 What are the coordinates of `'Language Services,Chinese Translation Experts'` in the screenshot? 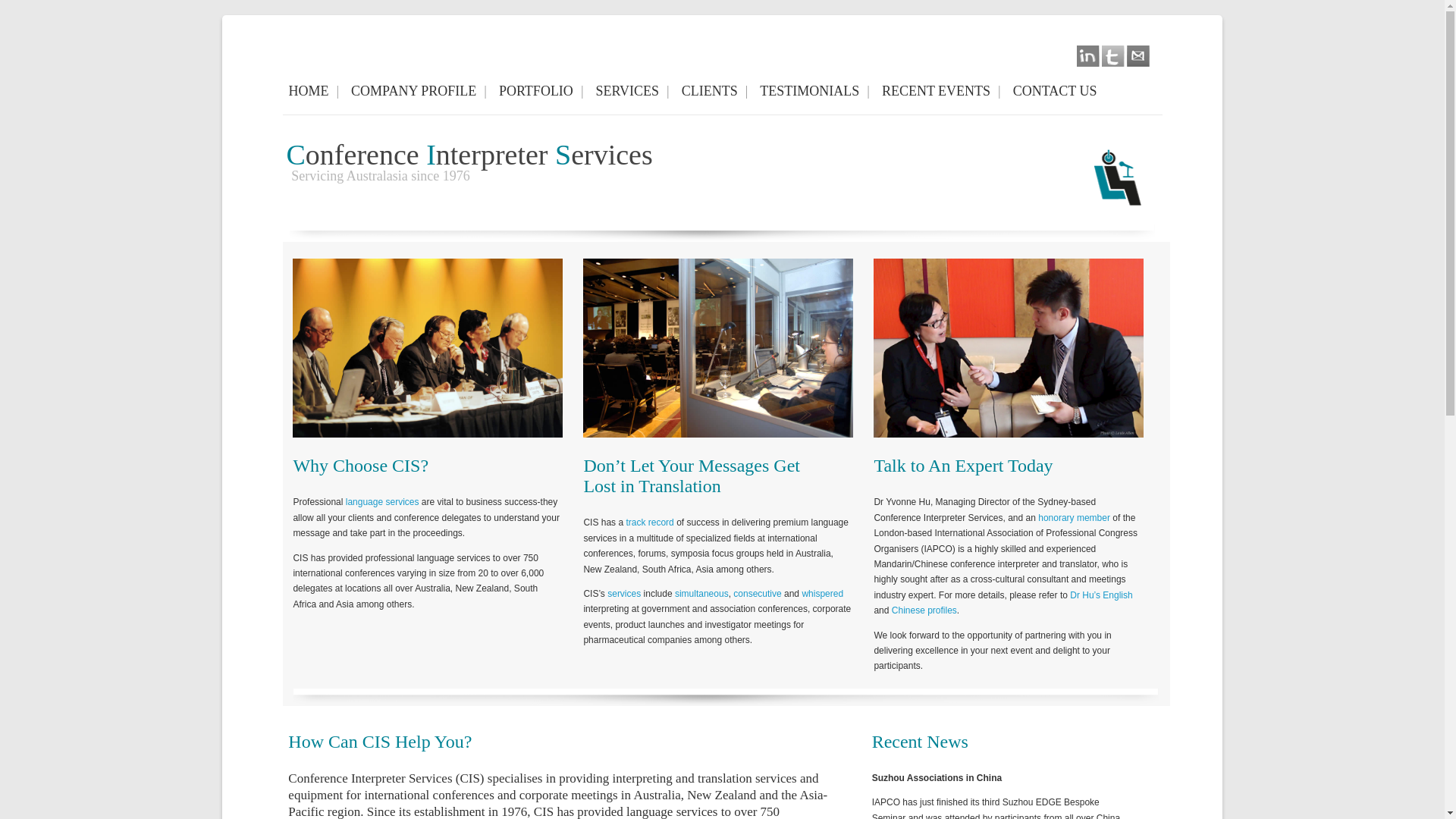 It's located at (1008, 348).